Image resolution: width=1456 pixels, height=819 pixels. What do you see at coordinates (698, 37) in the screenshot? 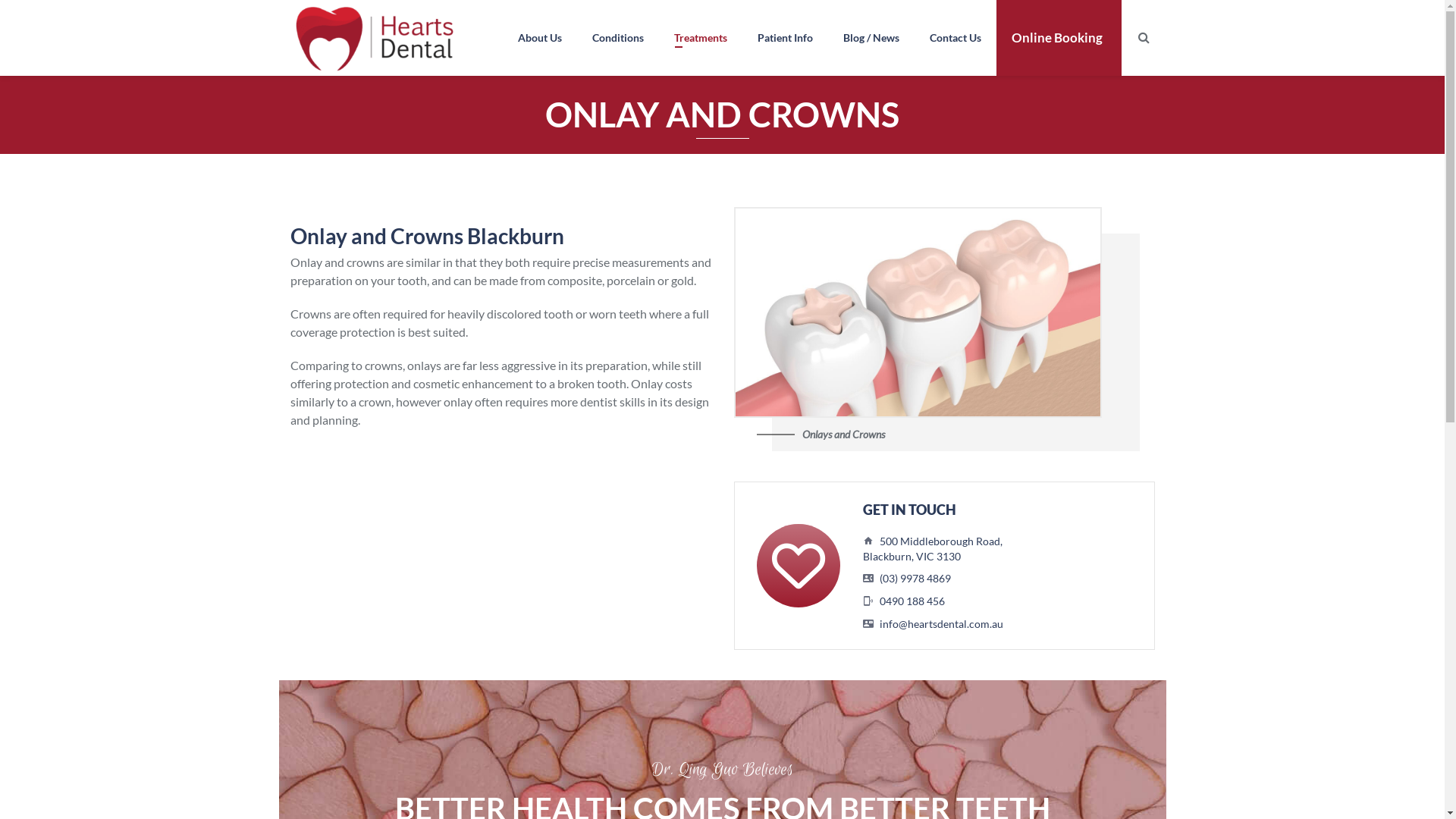
I see `'Treatments'` at bounding box center [698, 37].